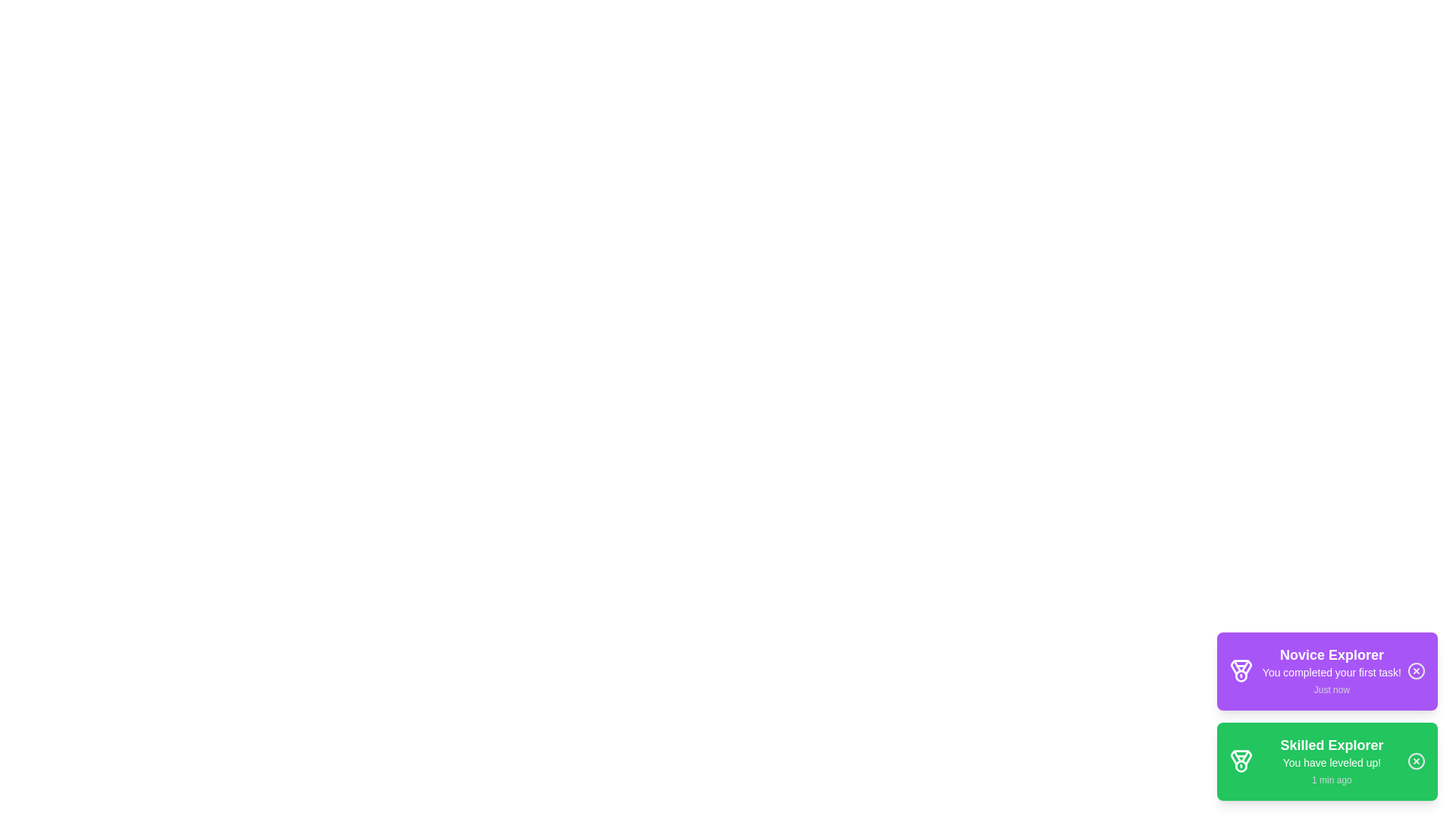 The image size is (1456, 819). Describe the element at coordinates (1415, 670) in the screenshot. I see `the close button of the notification to dismiss it` at that location.